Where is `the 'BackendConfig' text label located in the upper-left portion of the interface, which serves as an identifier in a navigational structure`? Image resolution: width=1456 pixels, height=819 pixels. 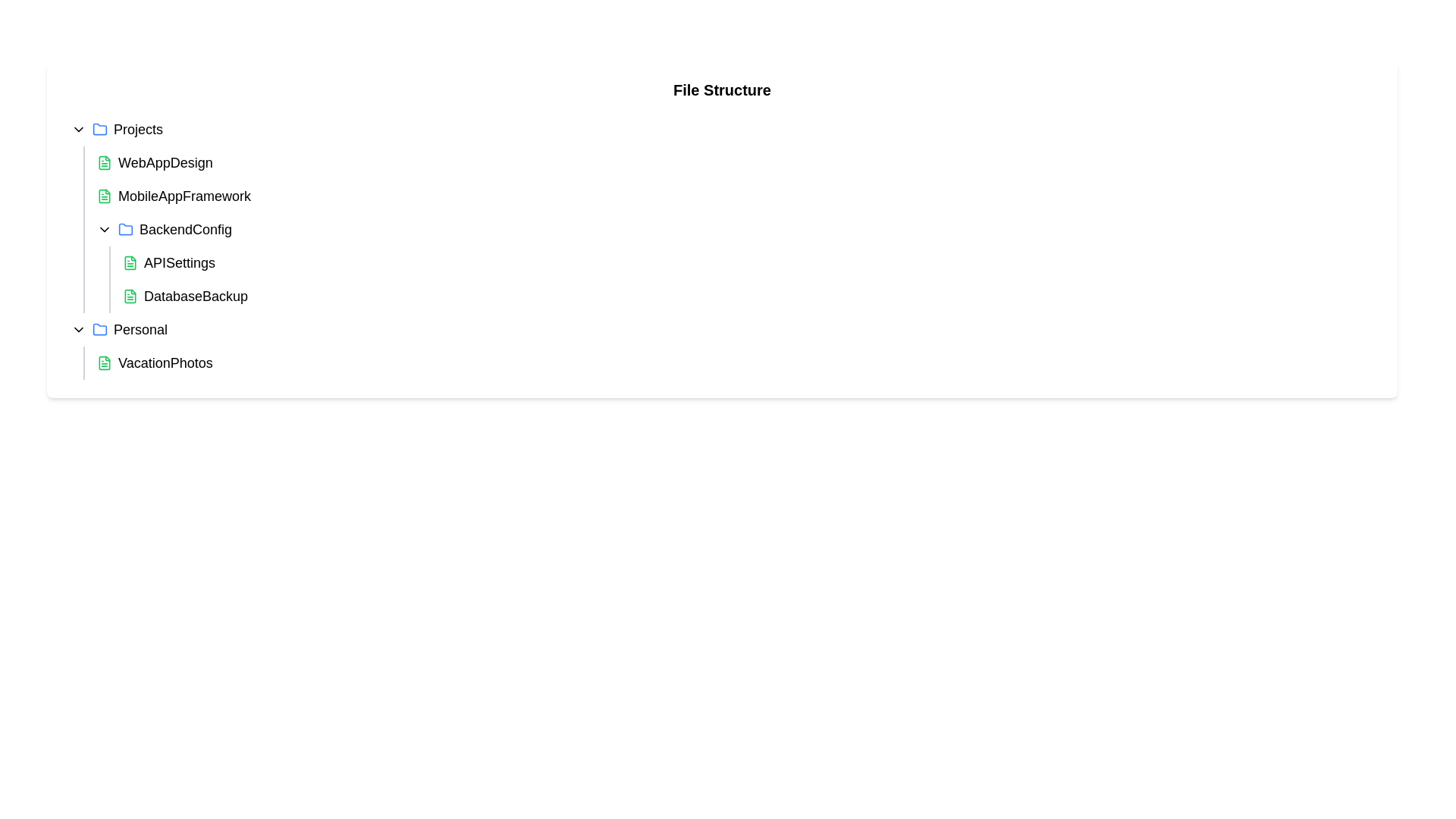
the 'BackendConfig' text label located in the upper-left portion of the interface, which serves as an identifier in a navigational structure is located at coordinates (184, 230).